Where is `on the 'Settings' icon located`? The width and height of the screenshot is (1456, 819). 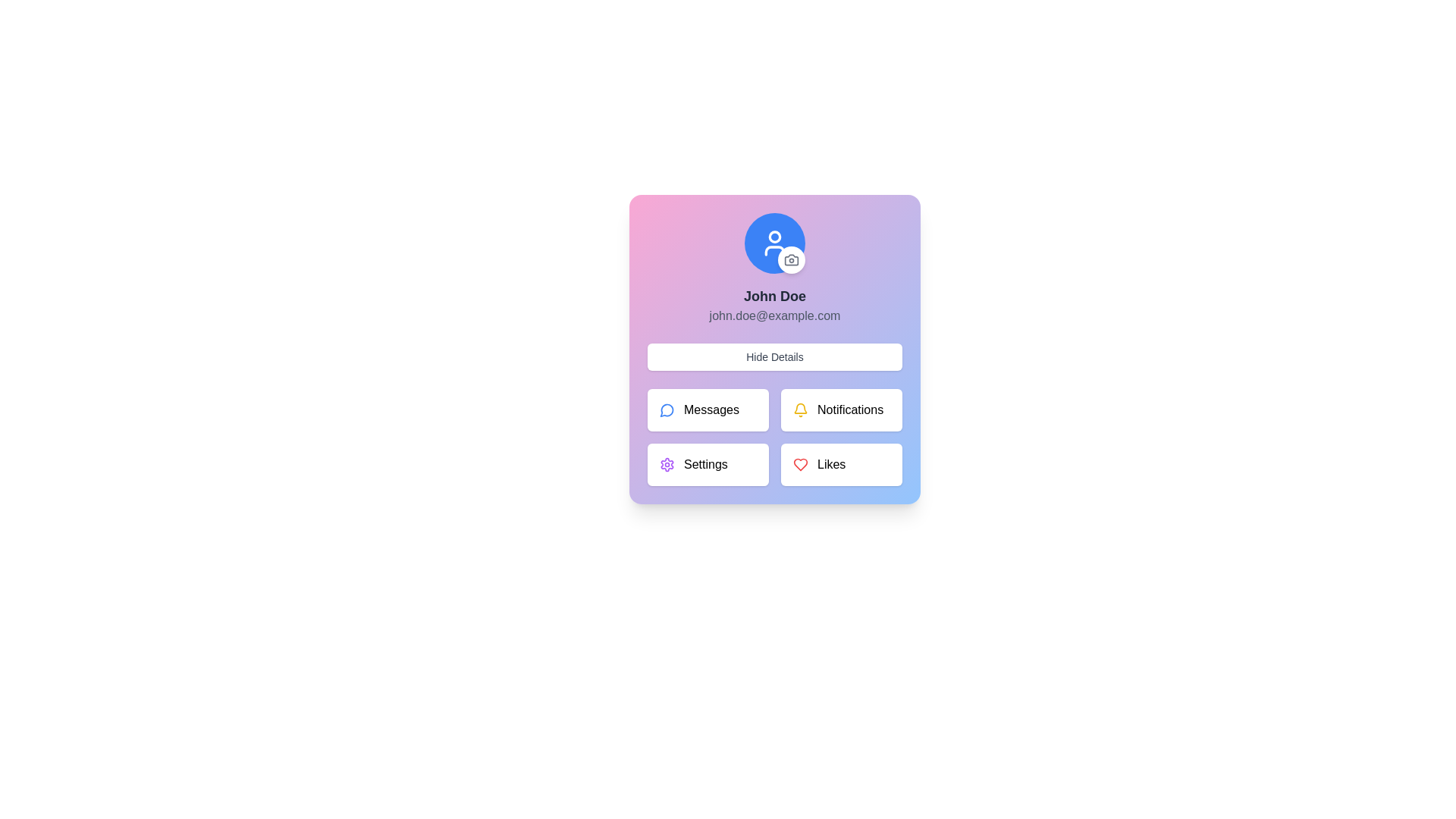 on the 'Settings' icon located is located at coordinates (667, 464).